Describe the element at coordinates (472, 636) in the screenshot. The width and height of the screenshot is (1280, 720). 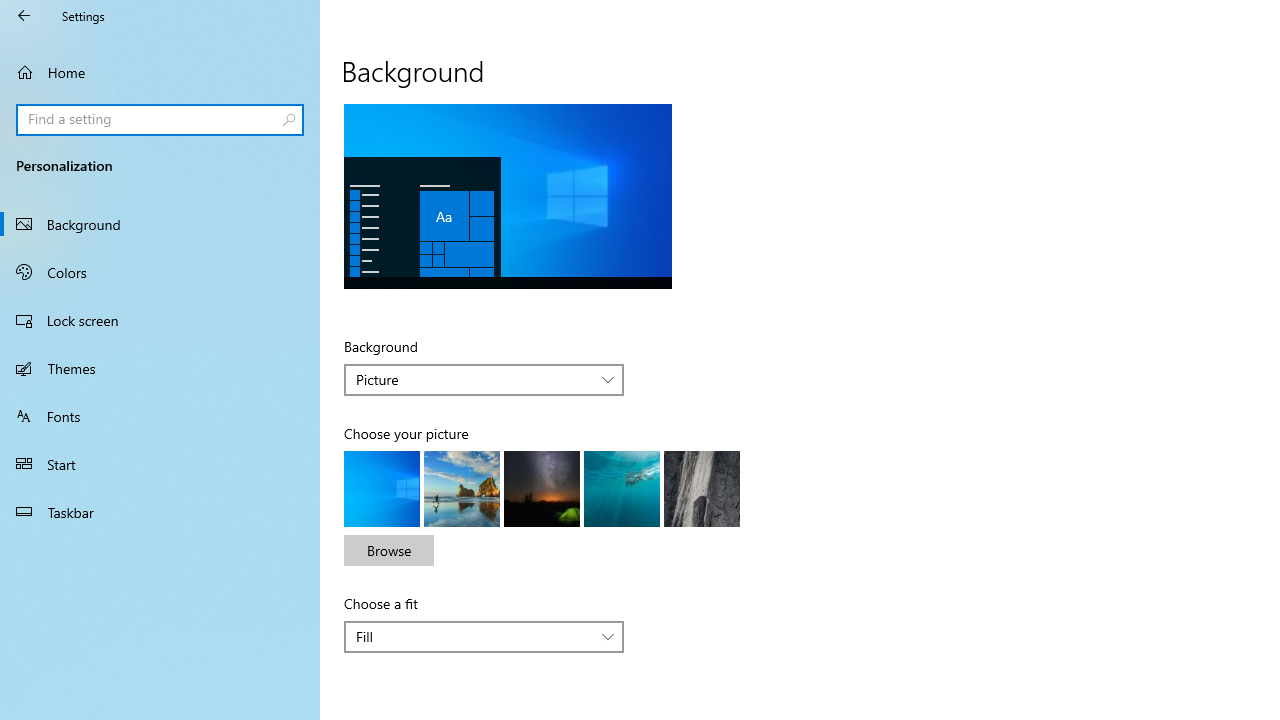
I see `'Fill'` at that location.